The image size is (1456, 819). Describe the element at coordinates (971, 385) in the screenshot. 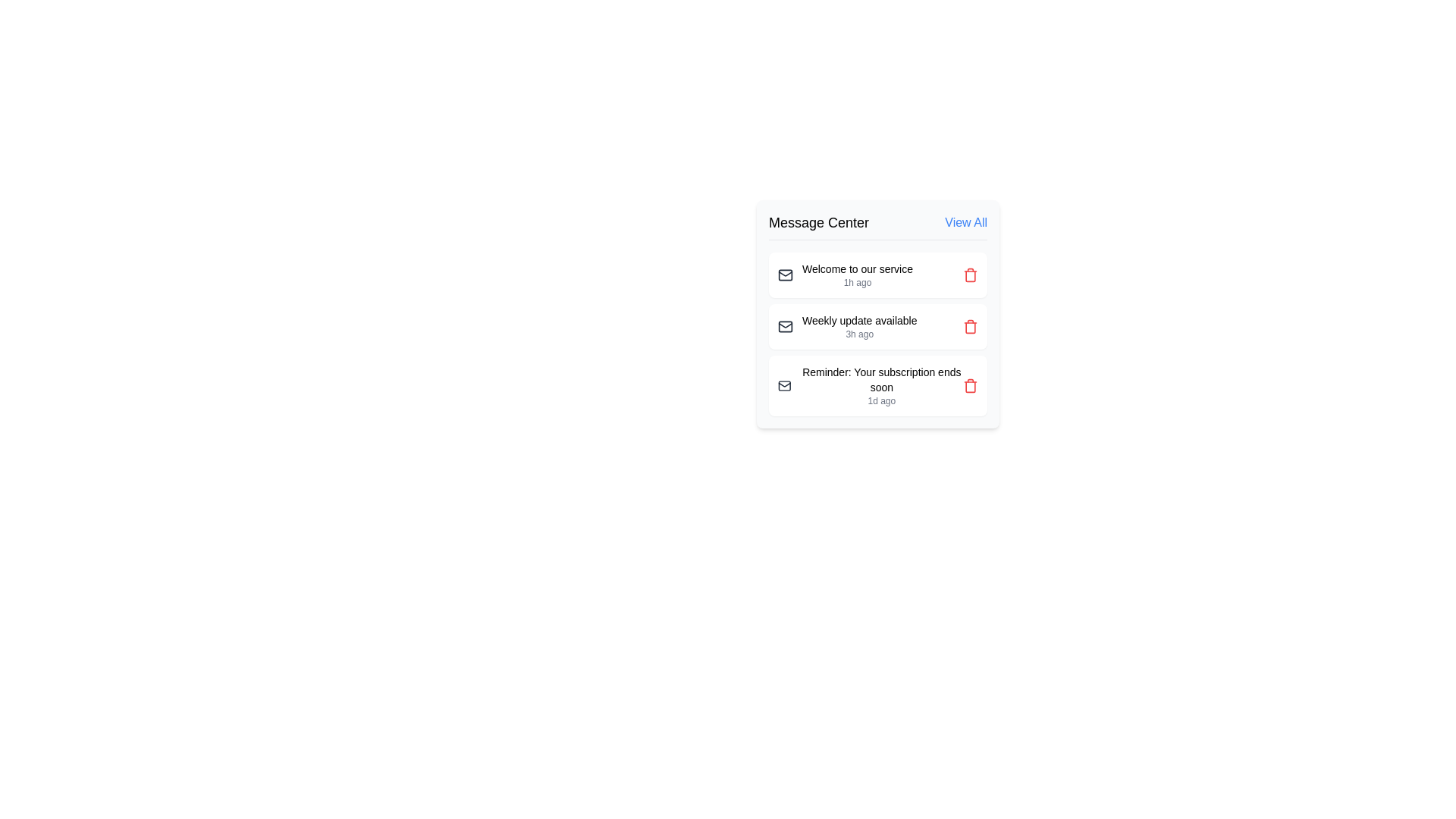

I see `the delete button icon for the 'Reminder: Your subscription ends soon' notification` at that location.